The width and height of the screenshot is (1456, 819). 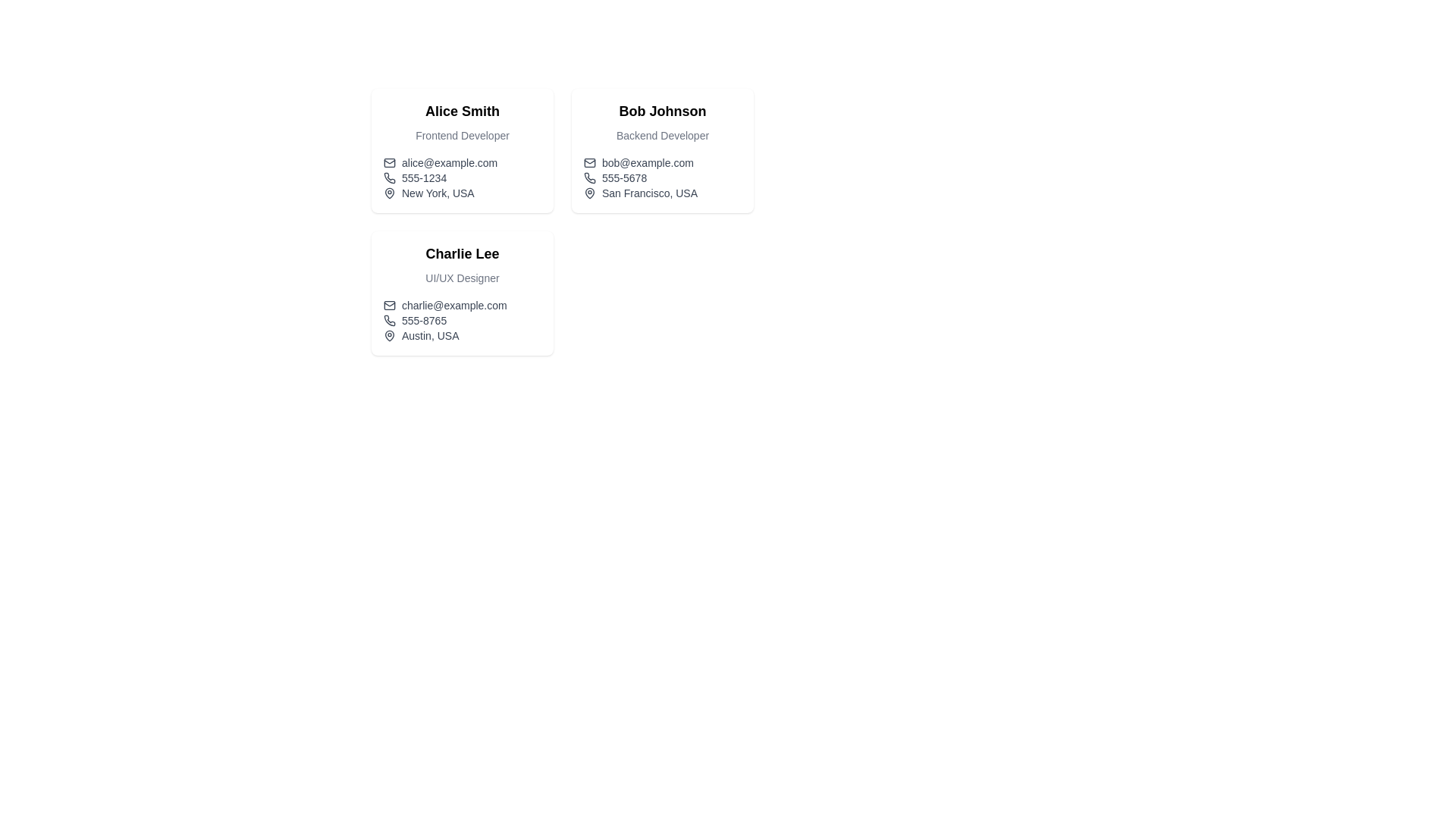 What do you see at coordinates (389, 163) in the screenshot?
I see `the email icon representing Alice Smith's email address` at bounding box center [389, 163].